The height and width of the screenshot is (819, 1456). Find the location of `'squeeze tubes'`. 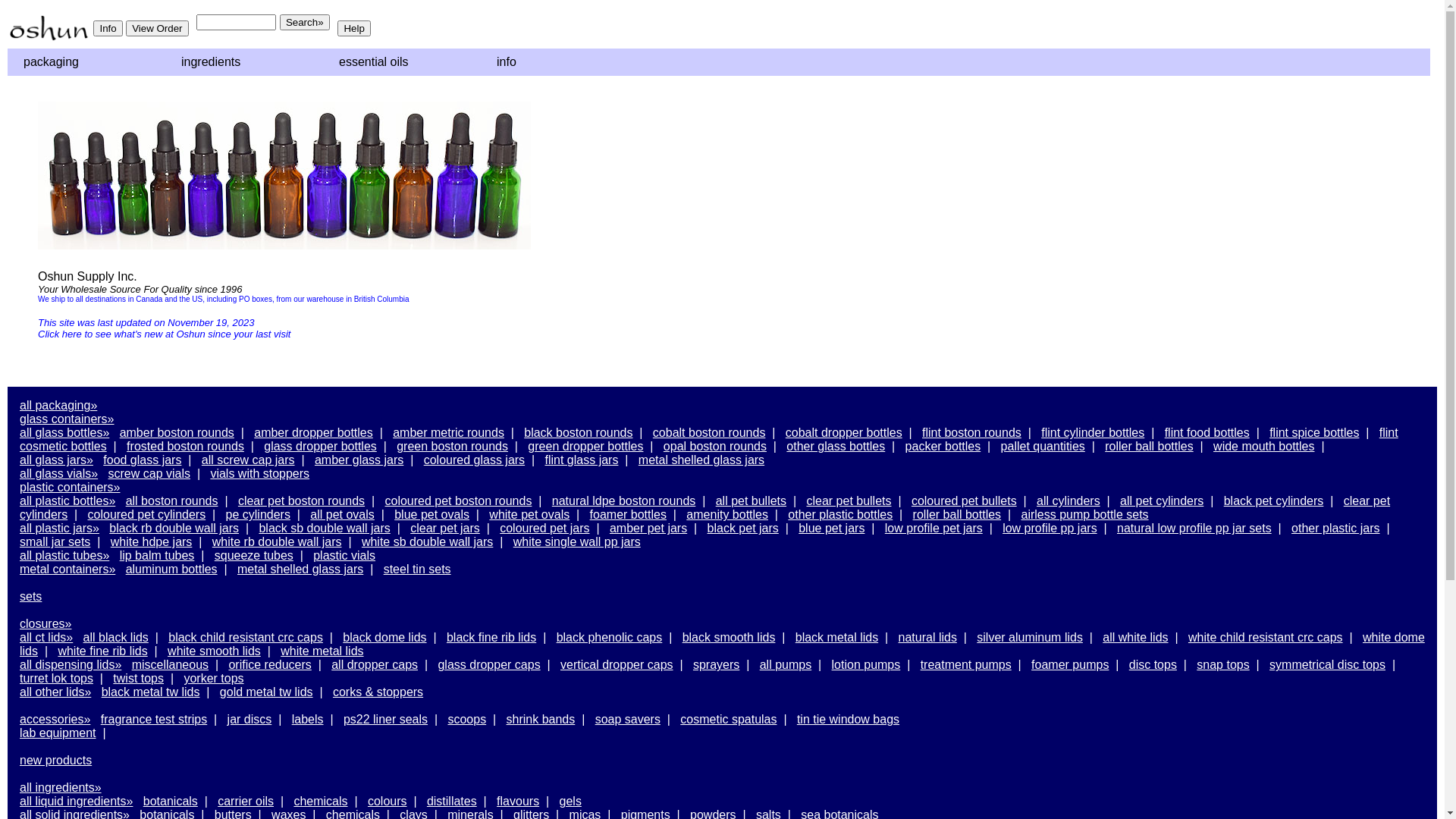

'squeeze tubes' is located at coordinates (254, 555).